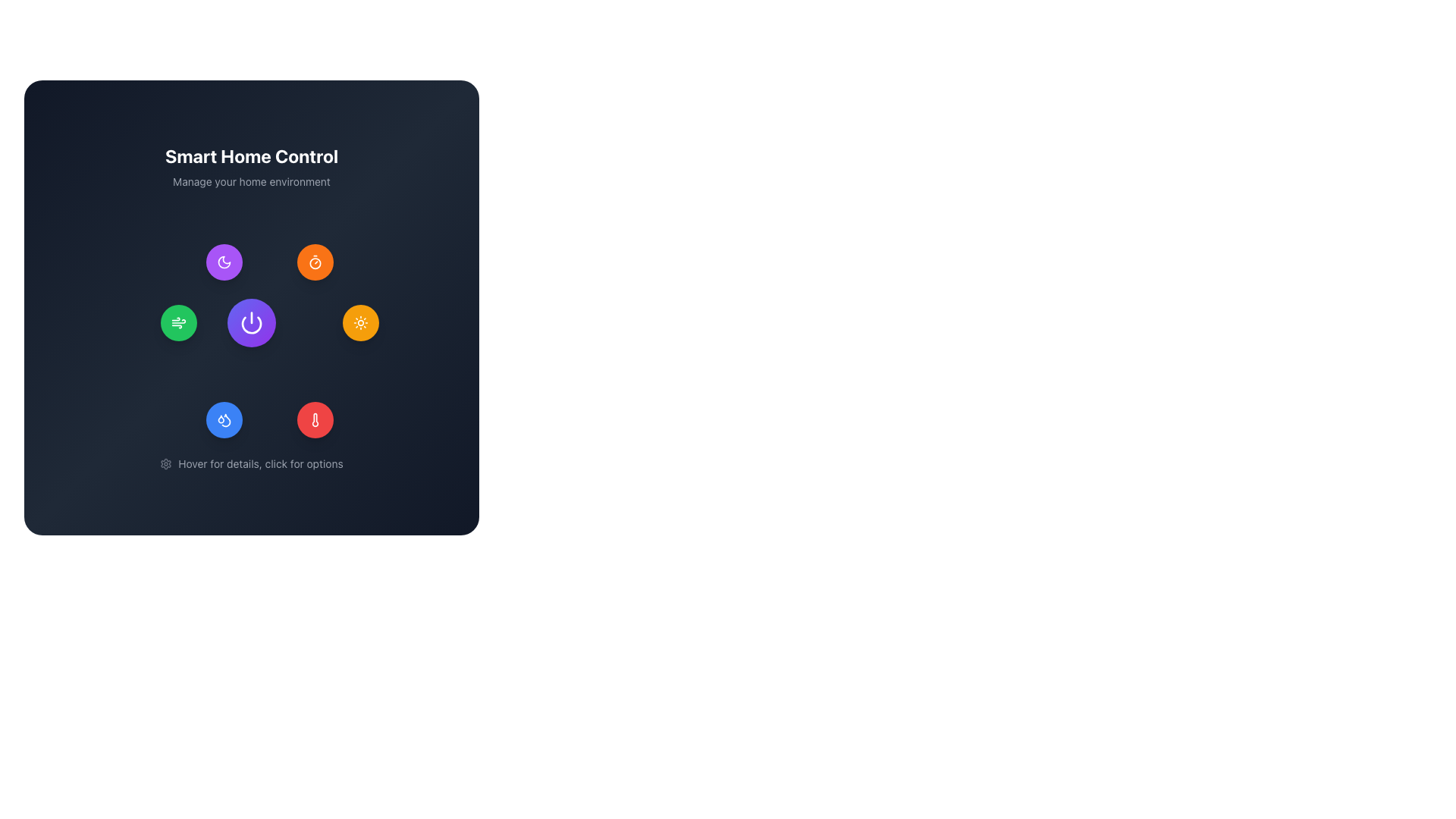  What do you see at coordinates (315, 262) in the screenshot?
I see `the circular orange button with a white timer symbol located in the top-right area of the icon arrangement` at bounding box center [315, 262].